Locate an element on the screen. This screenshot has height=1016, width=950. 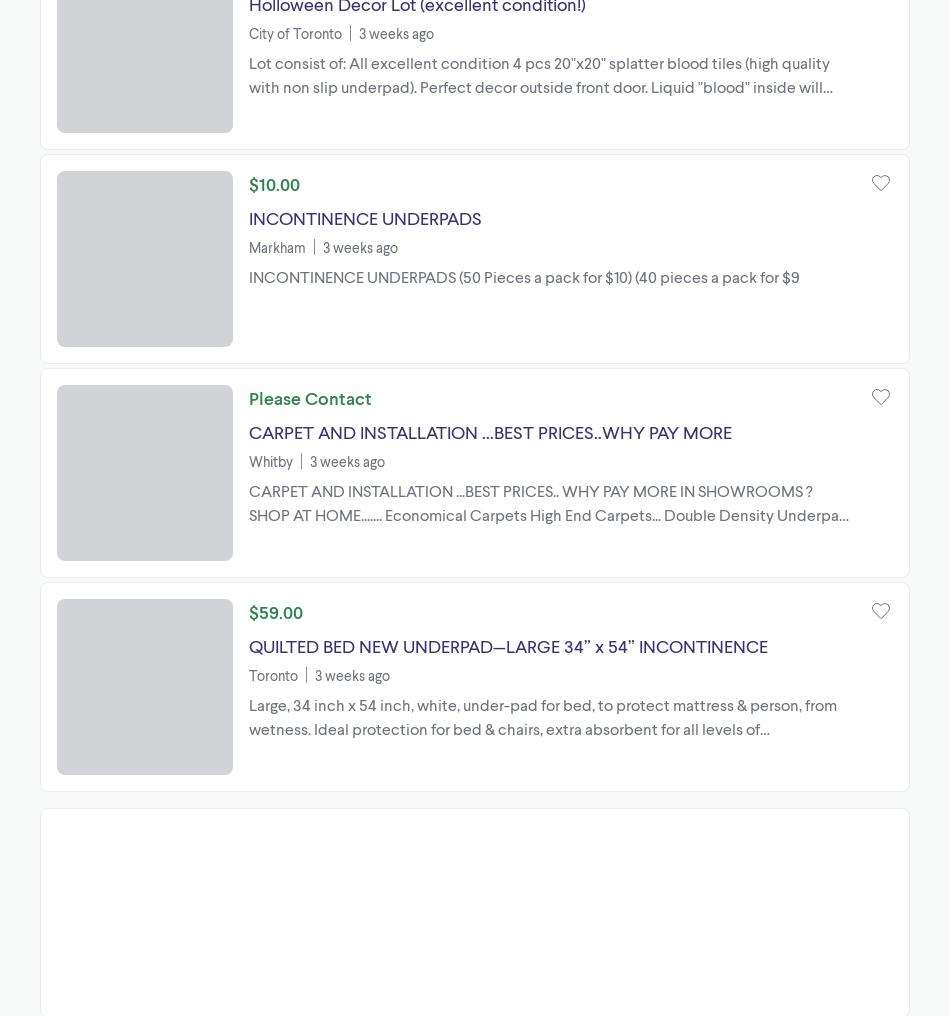
'$59.00' is located at coordinates (274, 611).